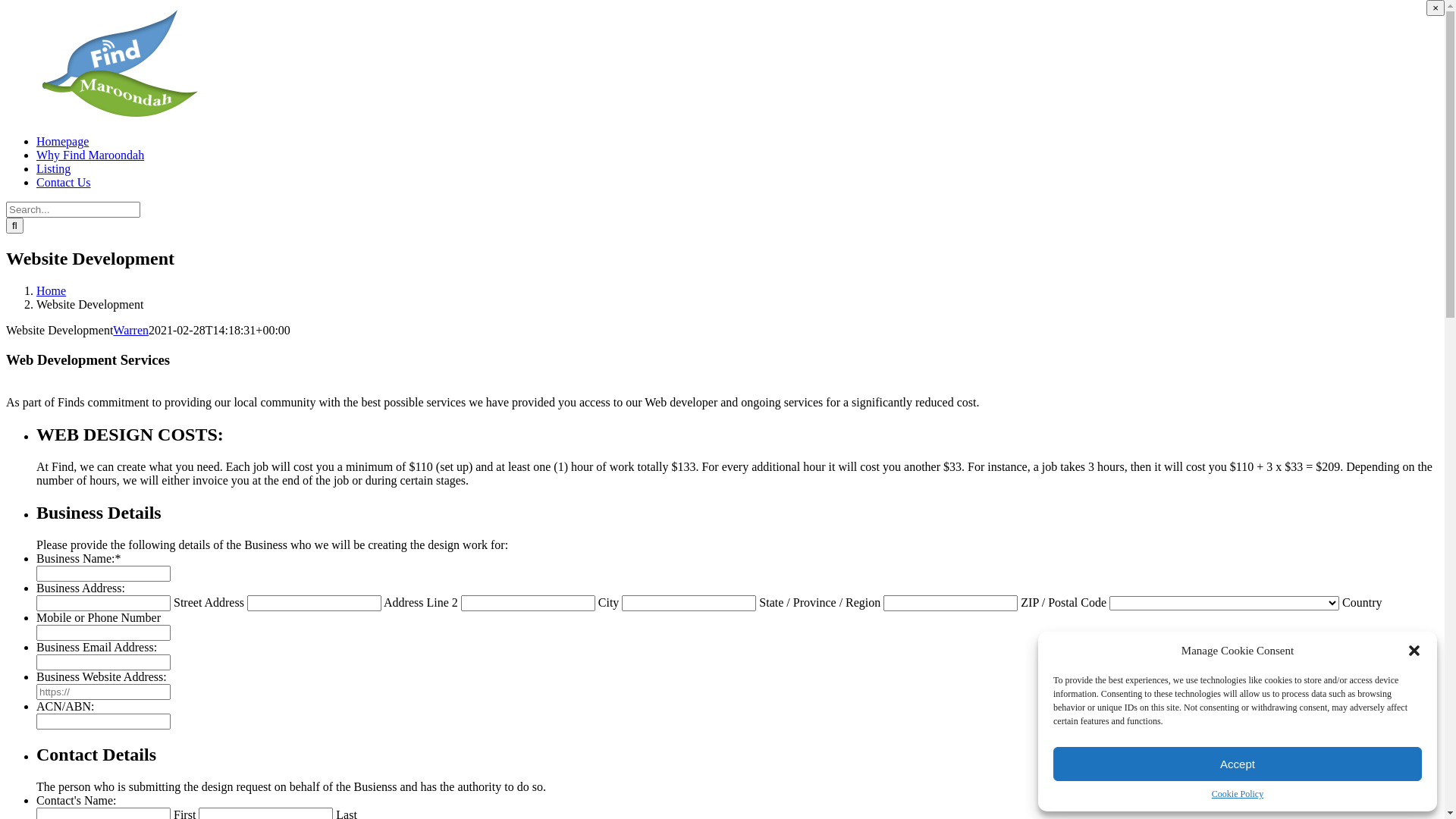  I want to click on 'Skip to content', so click(5, 5).